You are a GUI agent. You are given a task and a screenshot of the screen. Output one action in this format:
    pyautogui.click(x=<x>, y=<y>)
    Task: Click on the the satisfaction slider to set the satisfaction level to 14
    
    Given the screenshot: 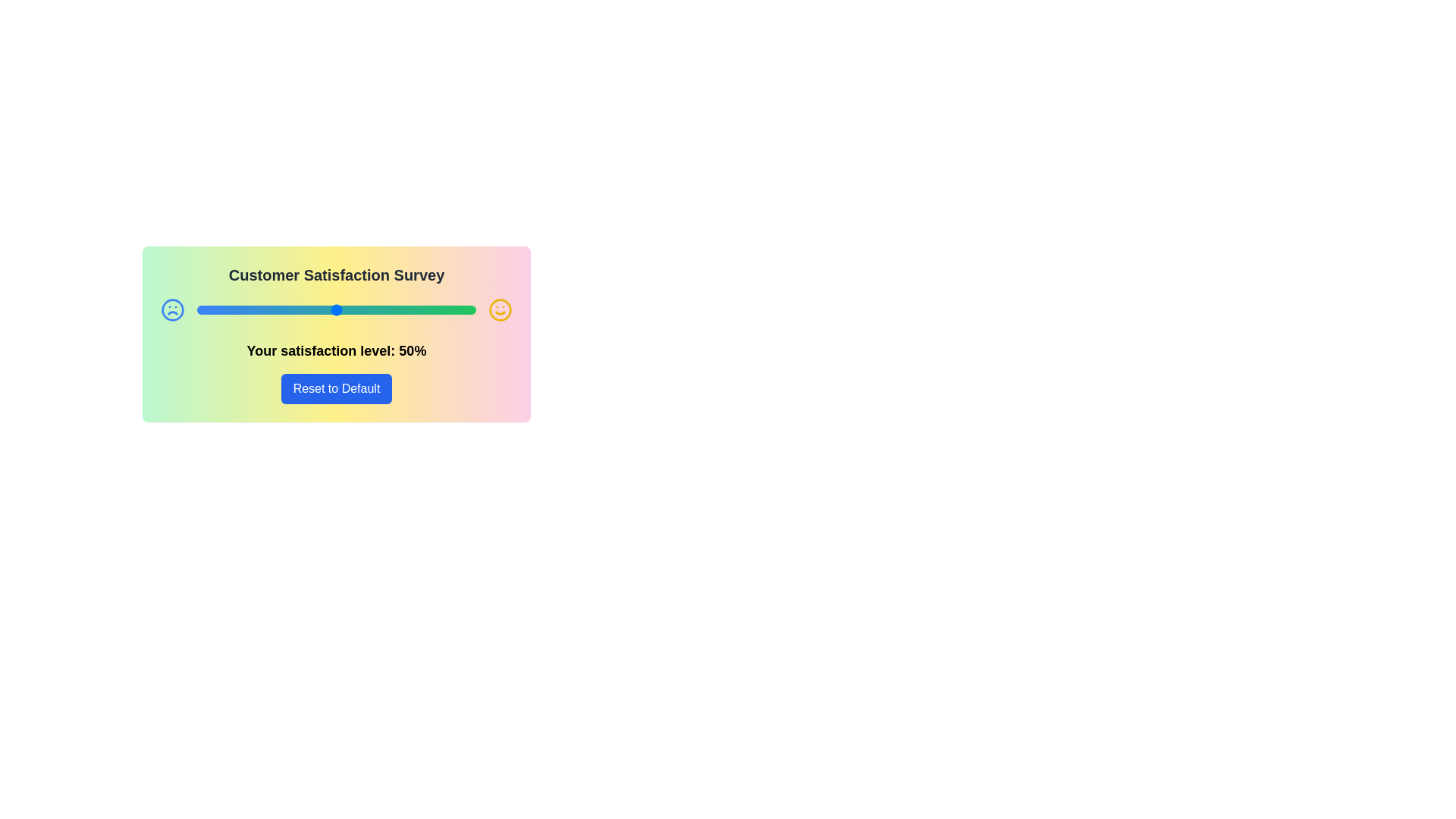 What is the action you would take?
    pyautogui.click(x=235, y=309)
    